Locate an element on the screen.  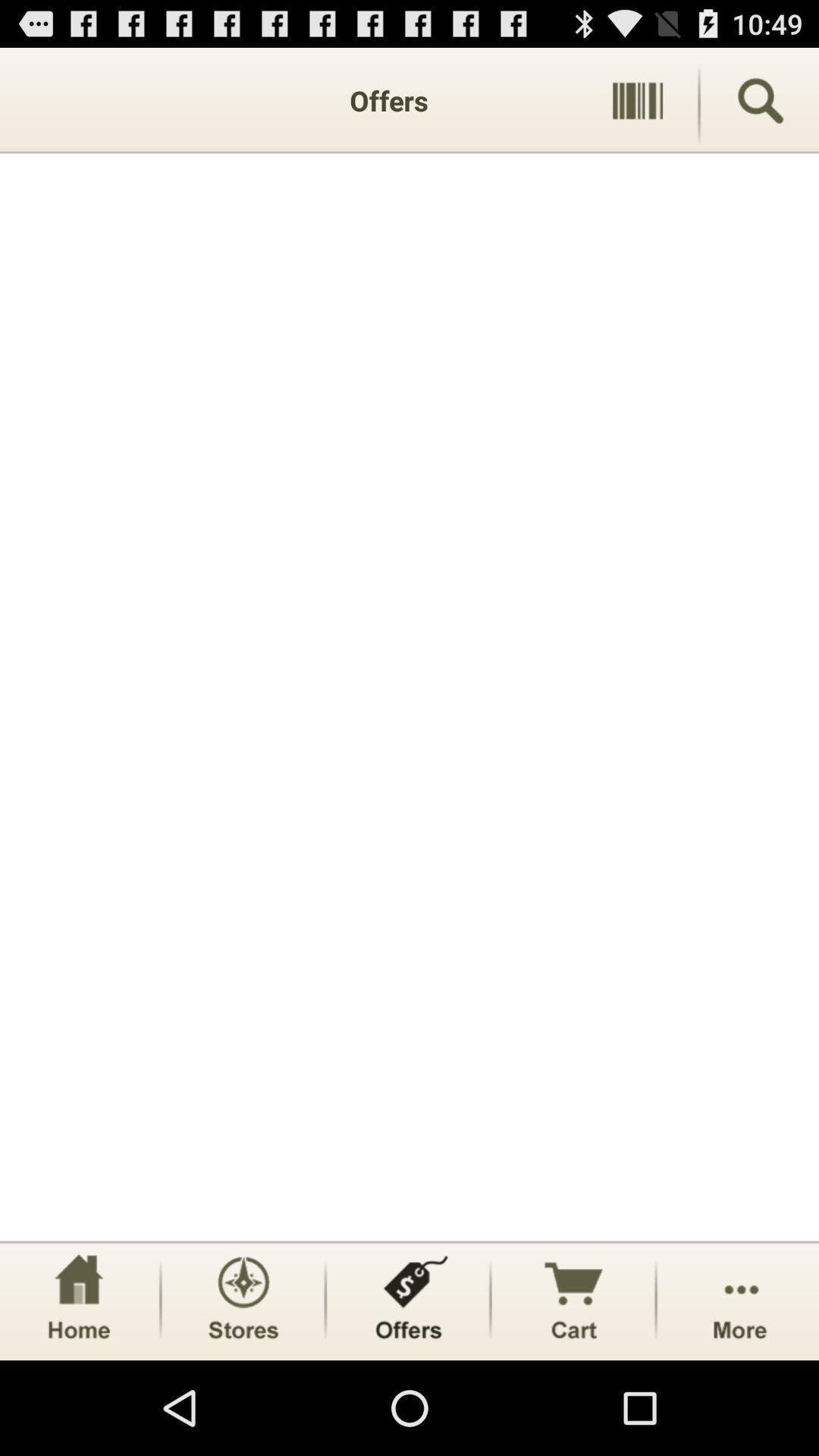
item below the offers app is located at coordinates (409, 696).